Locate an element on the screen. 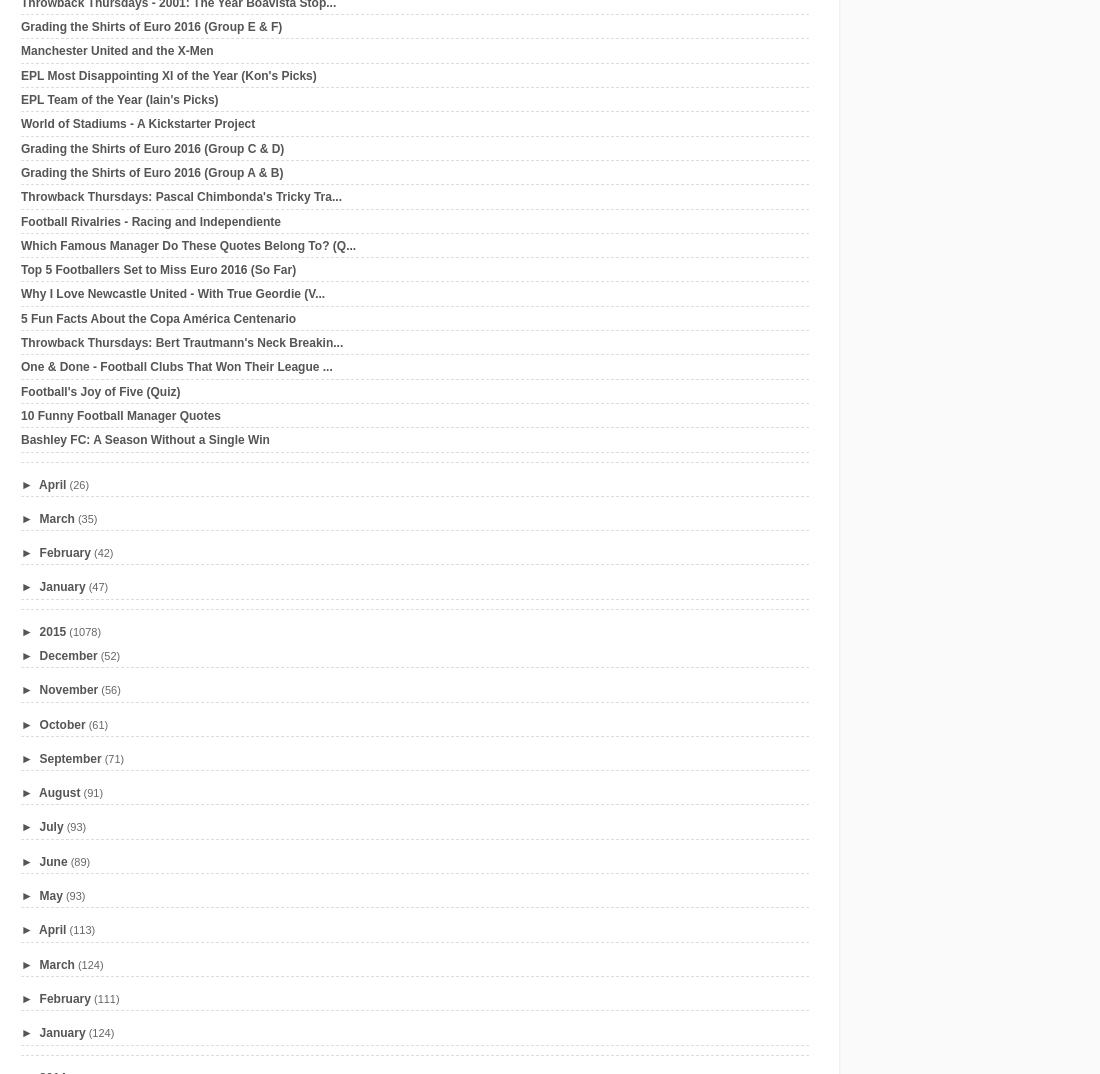  '(113)' is located at coordinates (81, 929).